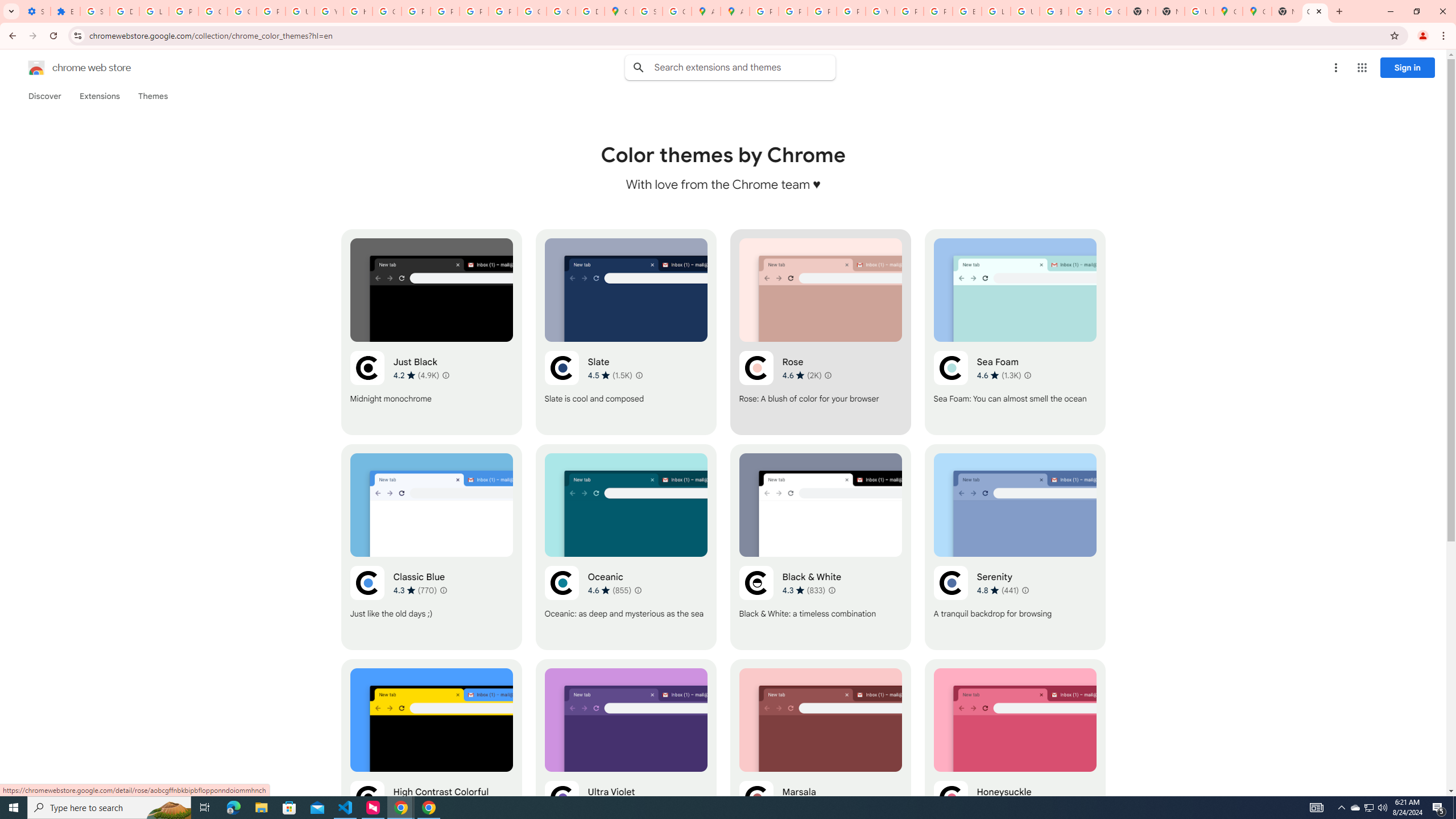  What do you see at coordinates (801, 375) in the screenshot?
I see `'Average rating 4.6 out of 5 stars. 2K ratings.'` at bounding box center [801, 375].